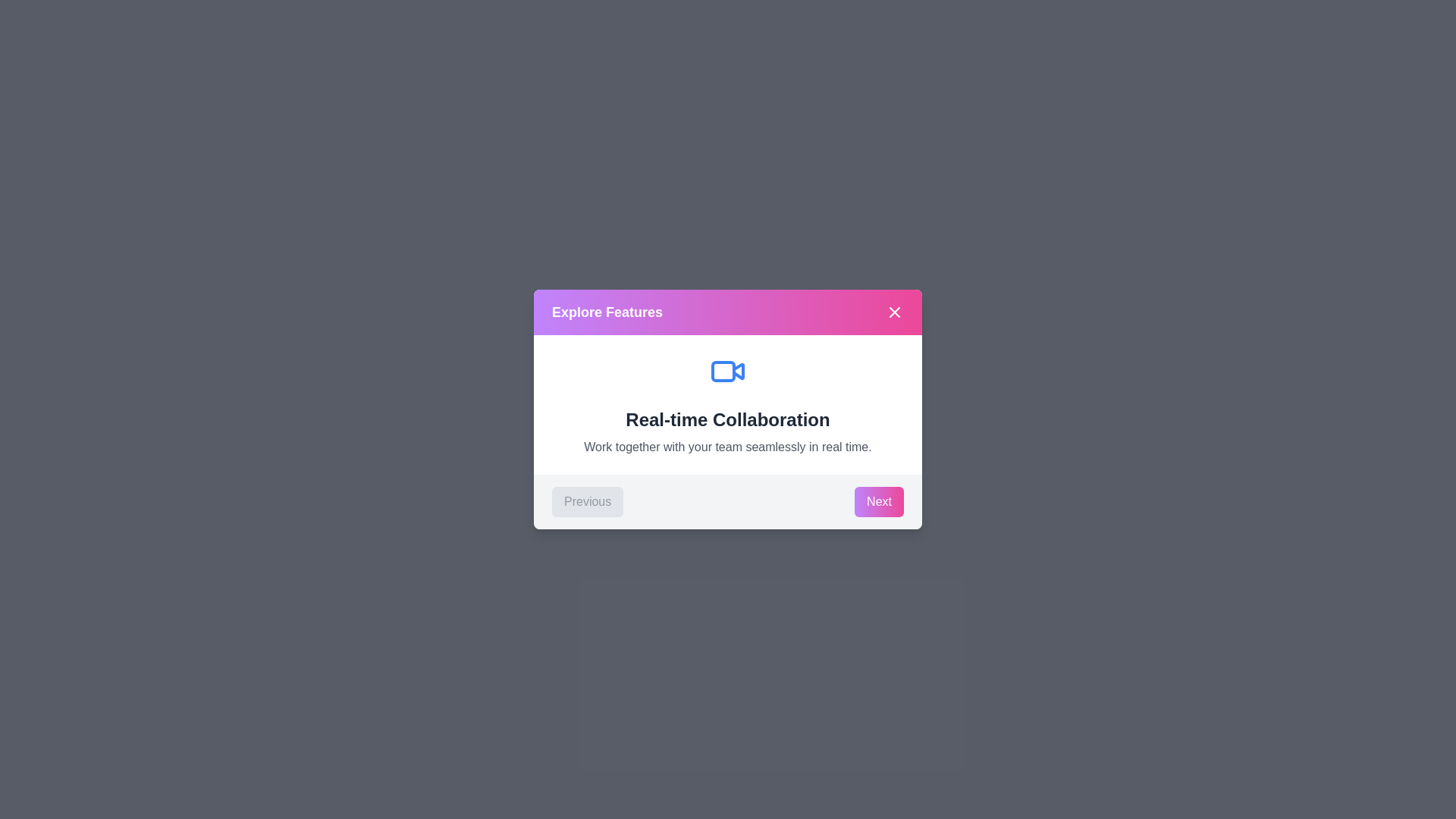  I want to click on the blue video camera icon located above the 'Real-time Collaboration' heading in the modal window, so click(728, 371).